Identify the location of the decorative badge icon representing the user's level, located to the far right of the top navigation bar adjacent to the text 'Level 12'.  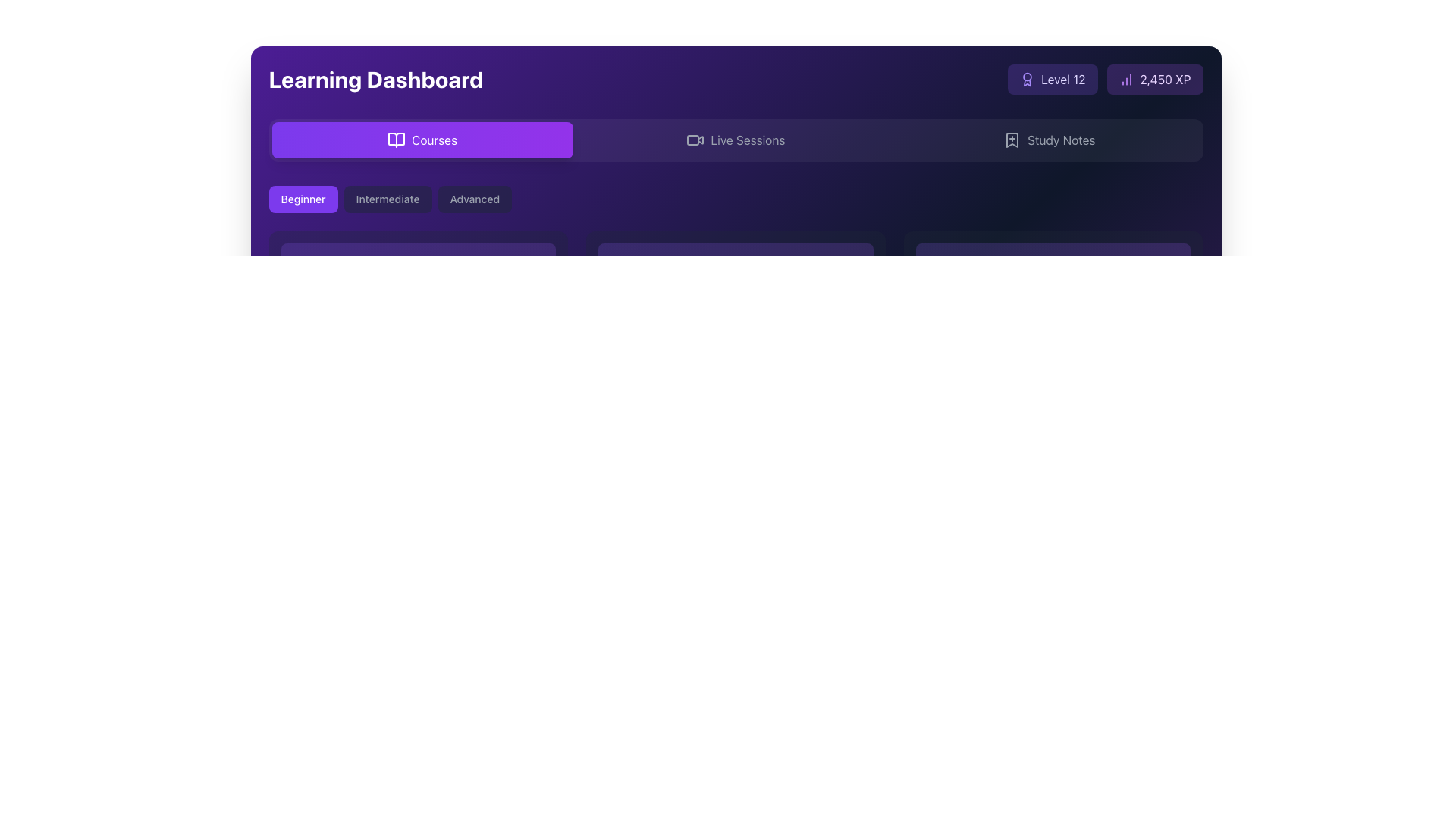
(1028, 79).